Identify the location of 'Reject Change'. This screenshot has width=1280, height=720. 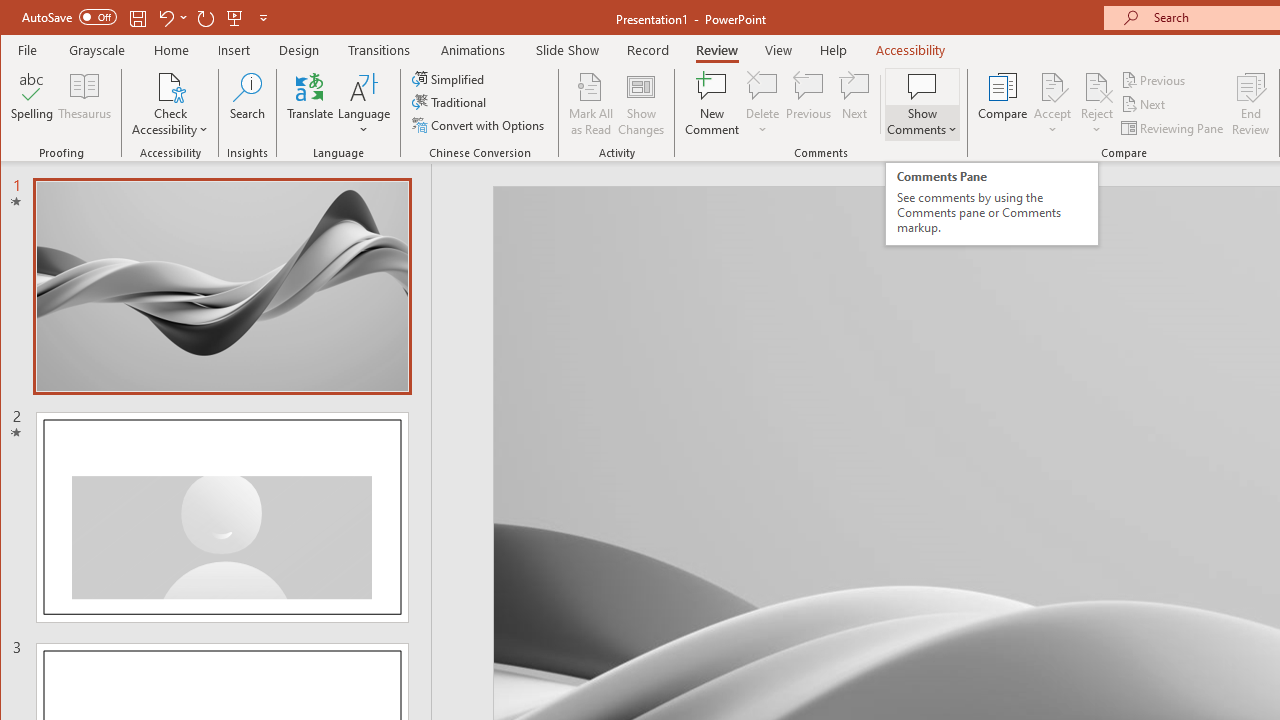
(1095, 85).